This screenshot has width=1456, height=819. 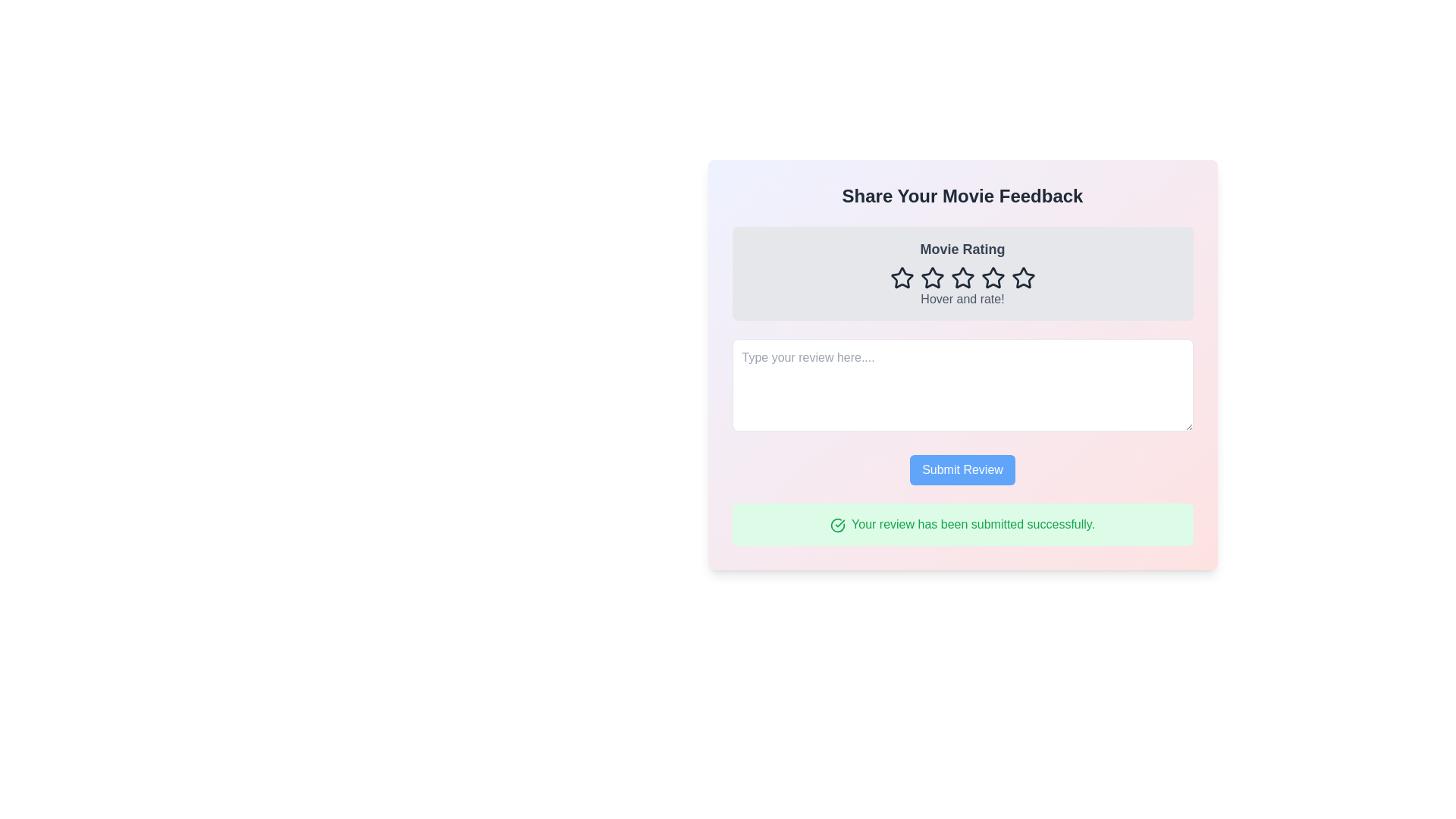 I want to click on the Rating section with stars to read the rating instructions for providing feedback on the movie, so click(x=962, y=274).